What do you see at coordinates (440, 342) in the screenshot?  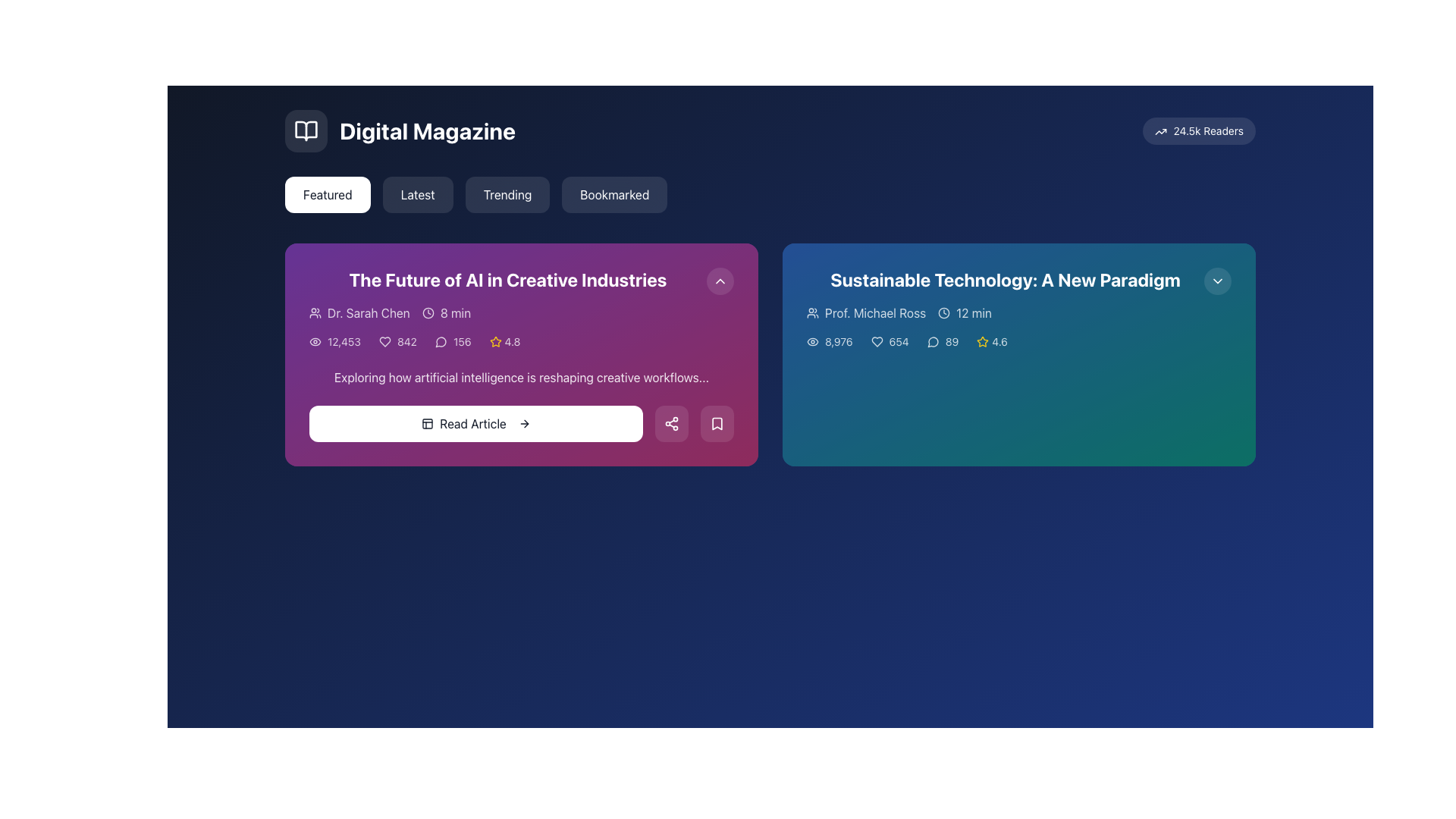 I see `the speech bubble icon located slightly to the right of the 'Read Article' button on the purple card labeled 'The Future of AI in Creative Industries'` at bounding box center [440, 342].